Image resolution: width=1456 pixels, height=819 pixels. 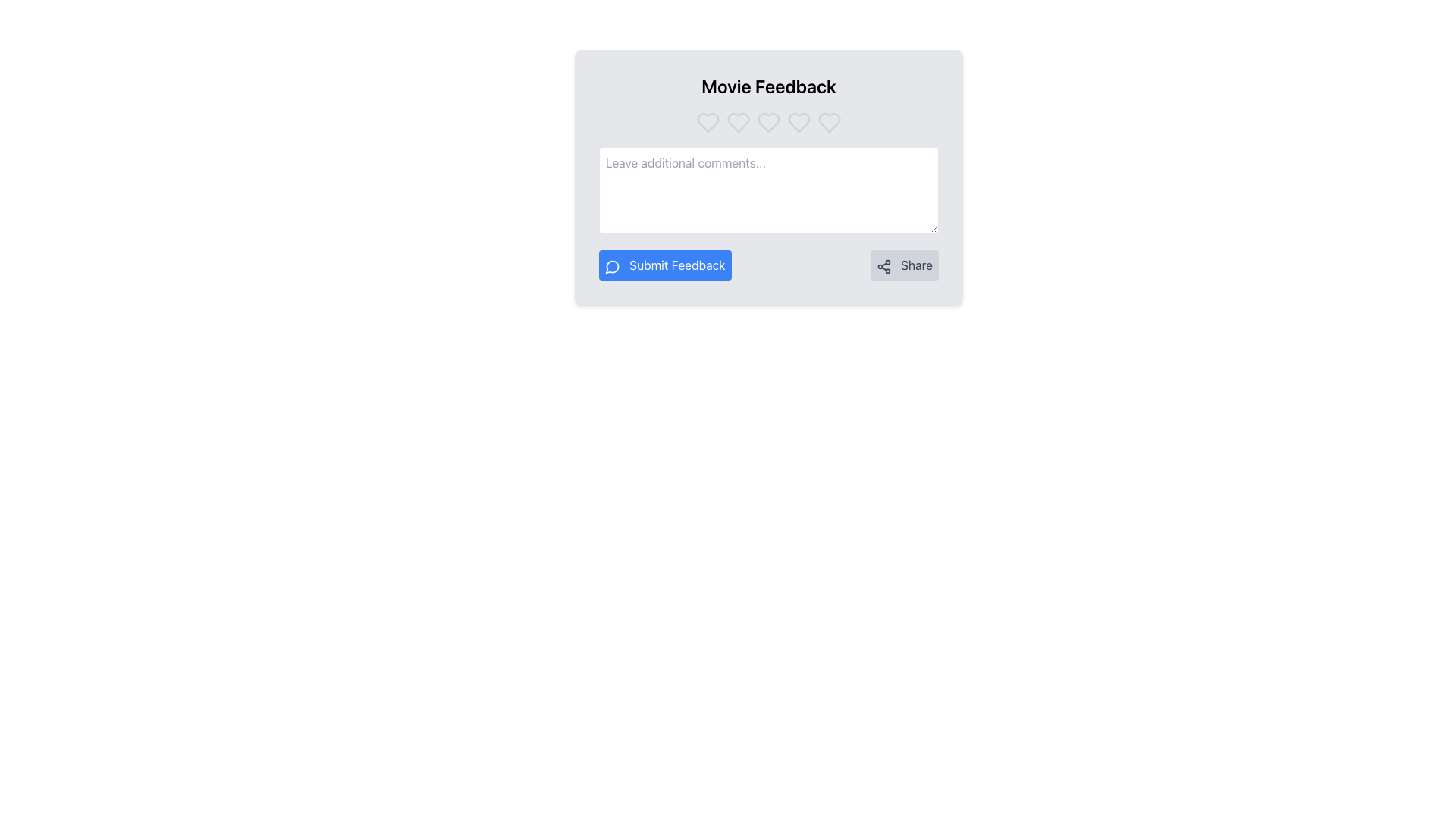 What do you see at coordinates (904, 265) in the screenshot?
I see `the 'Share' button, which is a rectangular button with a light gray background, rounded corners, and the text 'Share' in dark gray, located in the bottom-right corner of the feedback form` at bounding box center [904, 265].